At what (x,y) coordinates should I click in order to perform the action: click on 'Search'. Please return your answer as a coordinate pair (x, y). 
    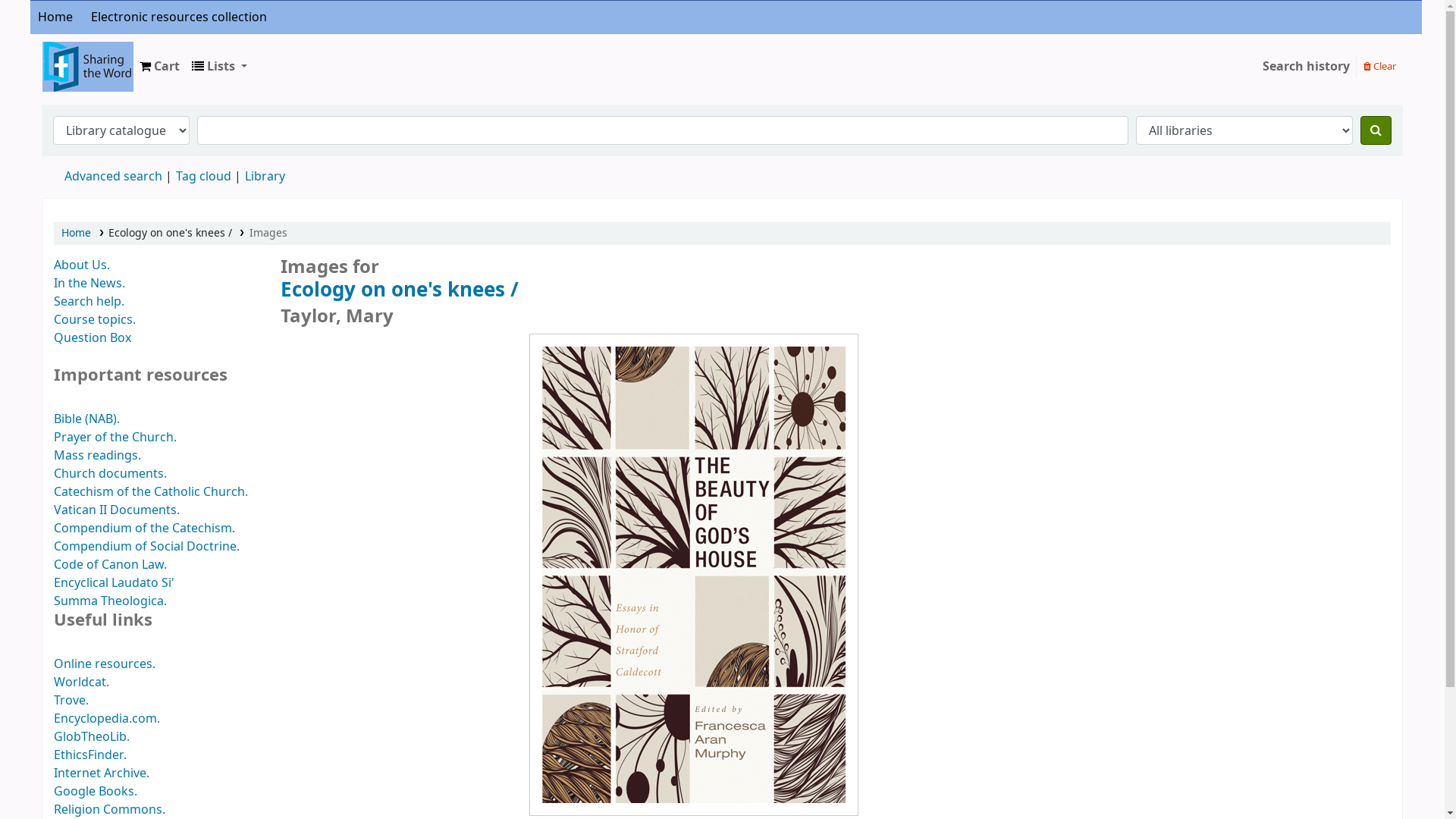
    Looking at the image, I should click on (1360, 130).